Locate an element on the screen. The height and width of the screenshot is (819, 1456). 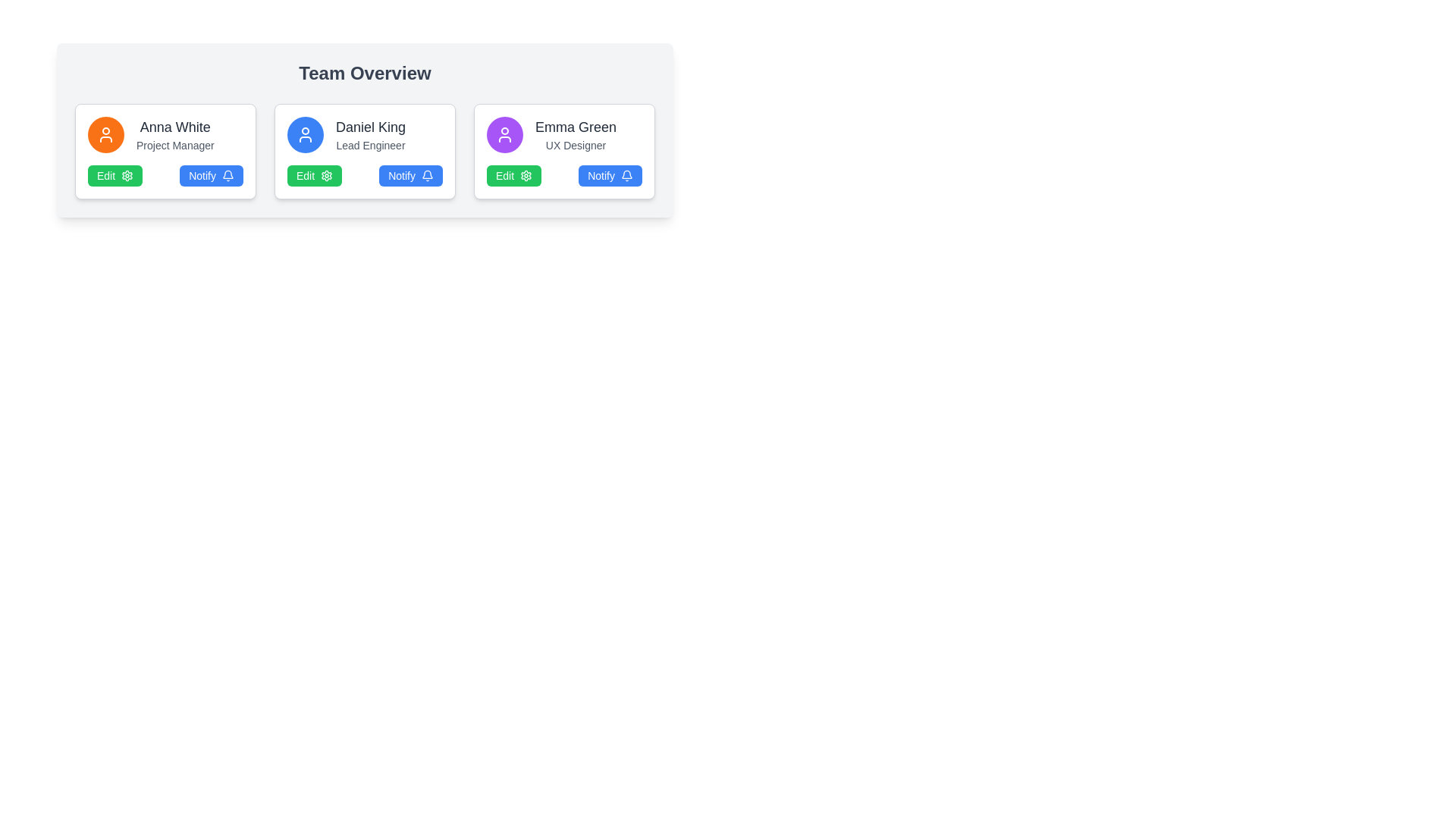
the text content displaying 'Anna White' and her role as 'Project Manager', located in the leftmost card under 'Team Overview' is located at coordinates (175, 133).